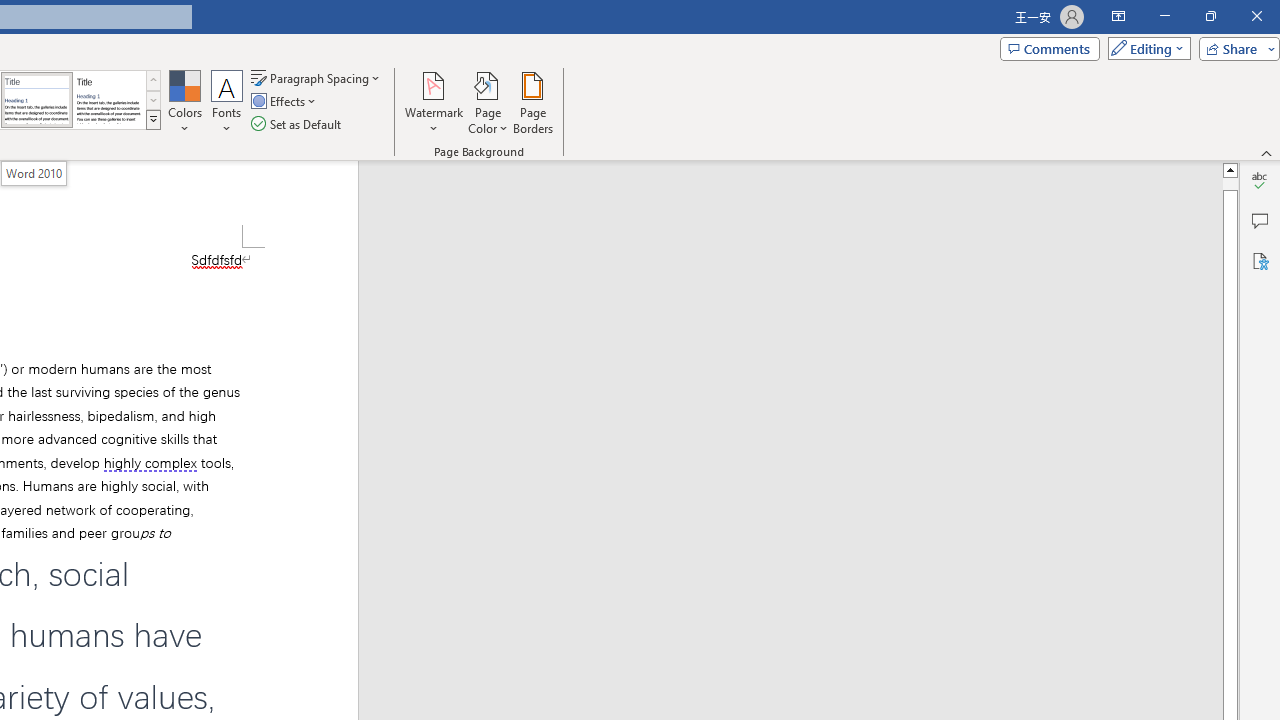  What do you see at coordinates (1144, 47) in the screenshot?
I see `'Editing'` at bounding box center [1144, 47].